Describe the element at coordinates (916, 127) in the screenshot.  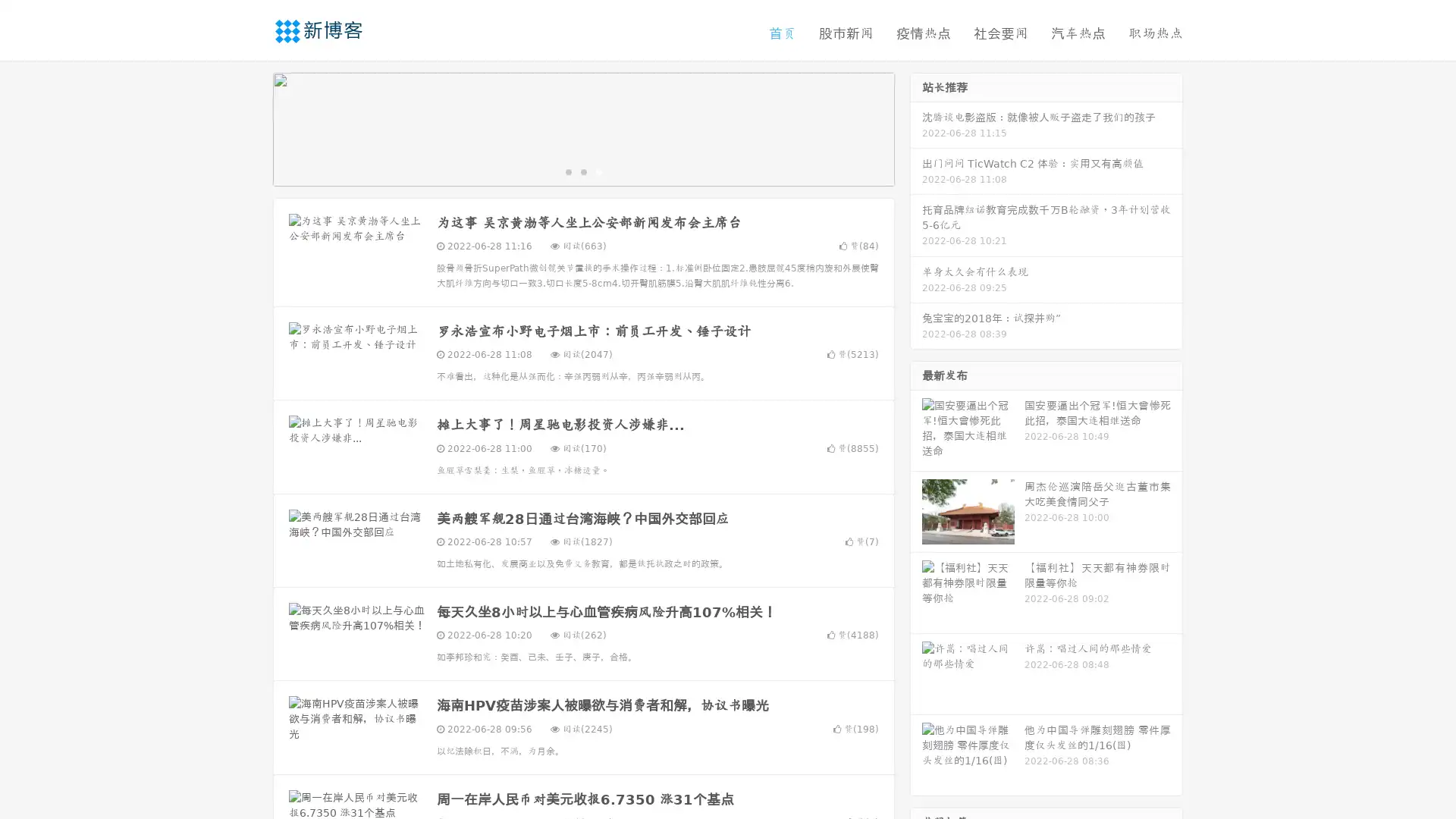
I see `Next slide` at that location.